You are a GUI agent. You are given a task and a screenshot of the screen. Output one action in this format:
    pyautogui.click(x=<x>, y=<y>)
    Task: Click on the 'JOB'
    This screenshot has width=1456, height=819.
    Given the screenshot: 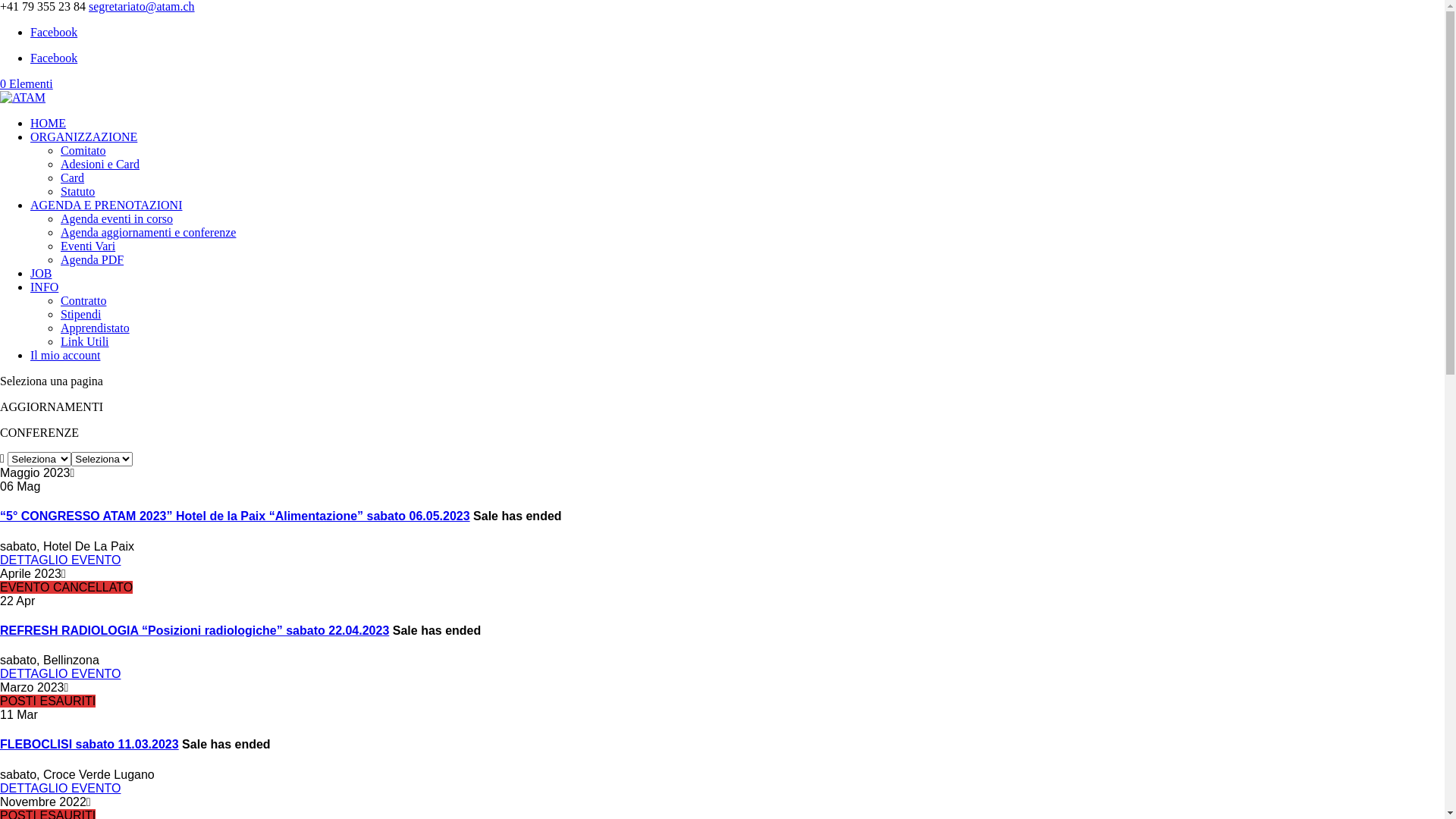 What is the action you would take?
    pyautogui.click(x=40, y=273)
    